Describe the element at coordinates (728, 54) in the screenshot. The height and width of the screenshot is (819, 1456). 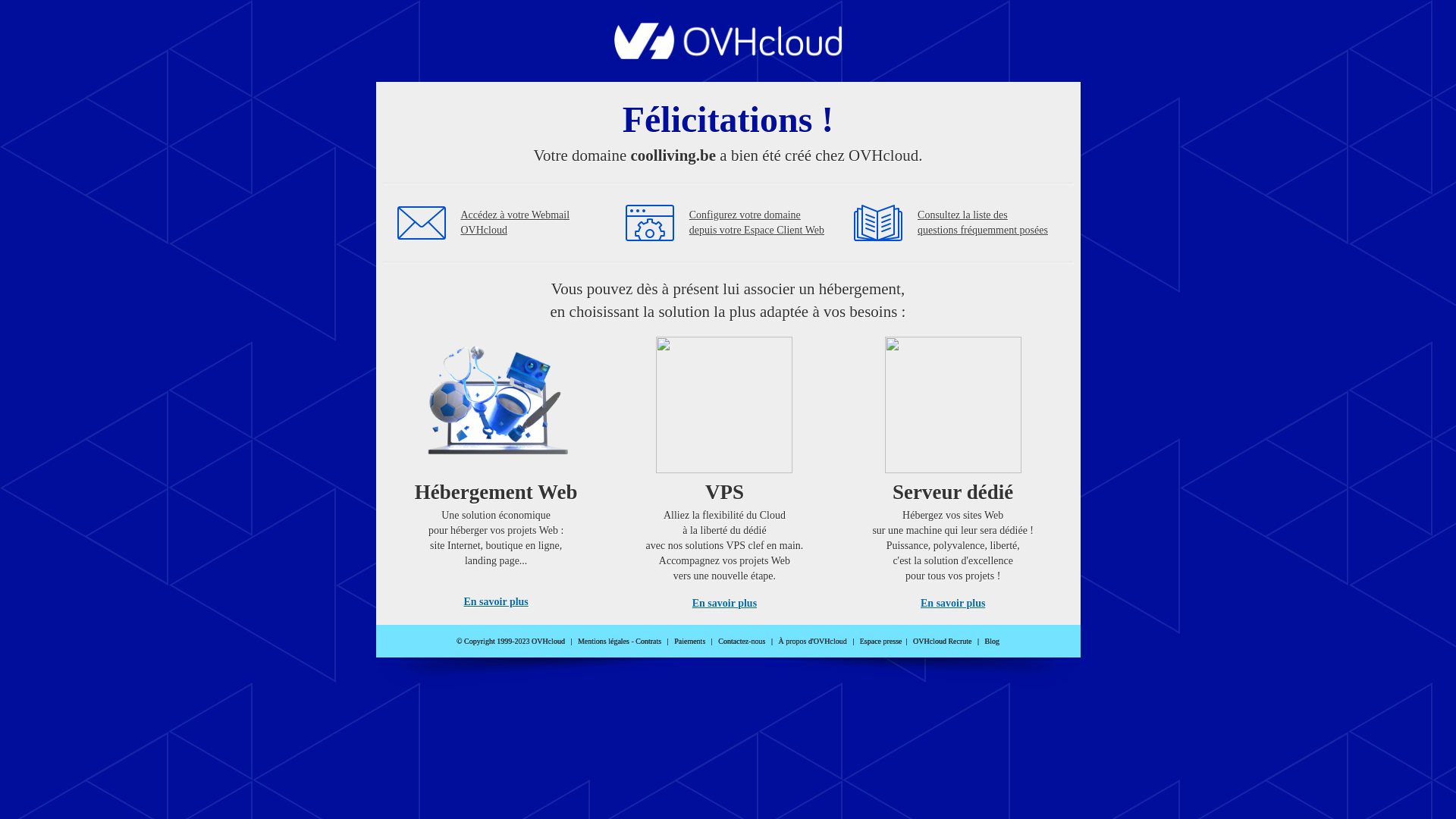
I see `'OVHcloud'` at that location.